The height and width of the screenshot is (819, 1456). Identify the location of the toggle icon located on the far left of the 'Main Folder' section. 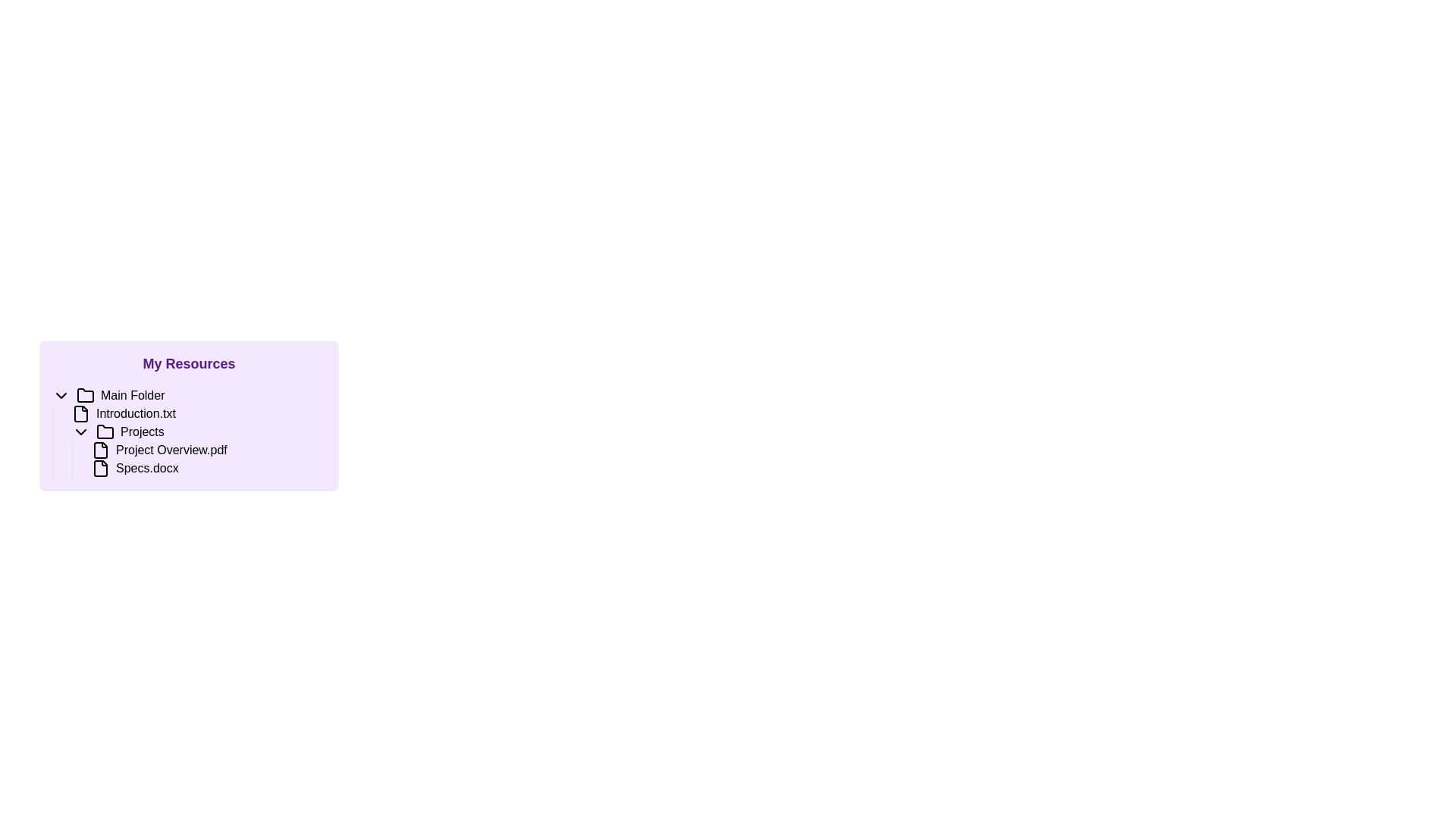
(61, 394).